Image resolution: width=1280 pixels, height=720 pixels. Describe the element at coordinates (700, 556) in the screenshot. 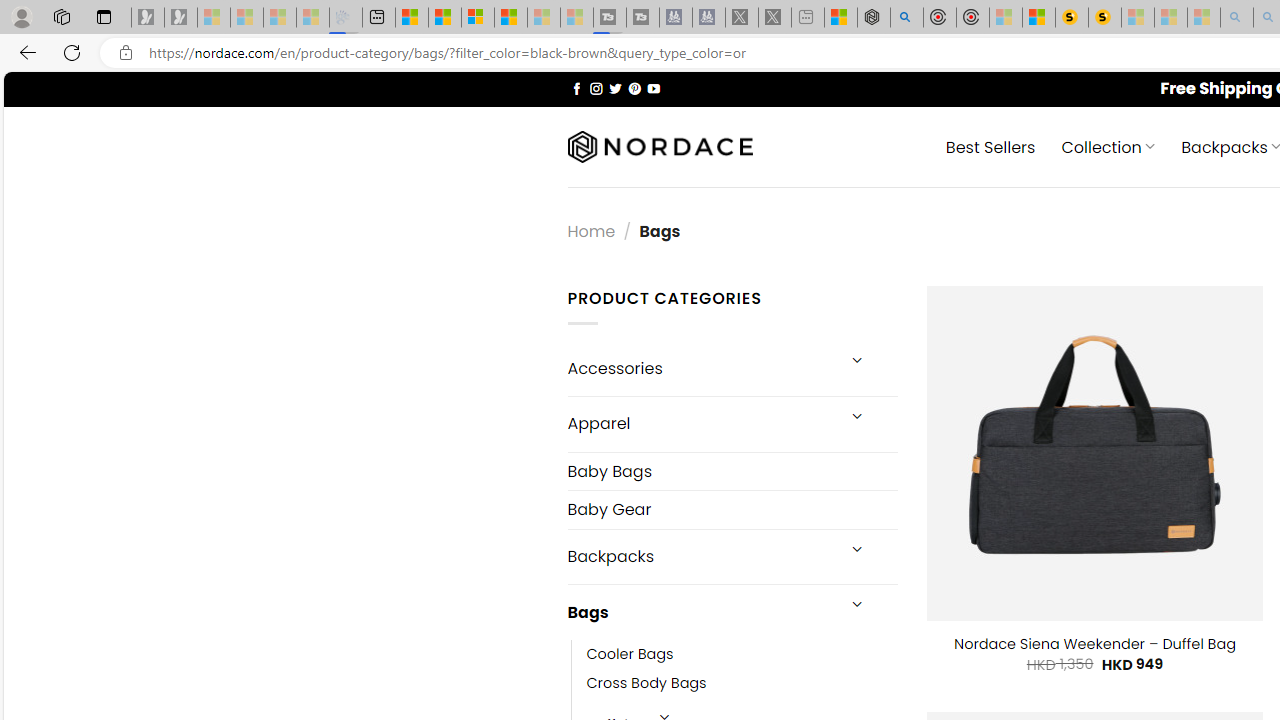

I see `'Backpacks'` at that location.